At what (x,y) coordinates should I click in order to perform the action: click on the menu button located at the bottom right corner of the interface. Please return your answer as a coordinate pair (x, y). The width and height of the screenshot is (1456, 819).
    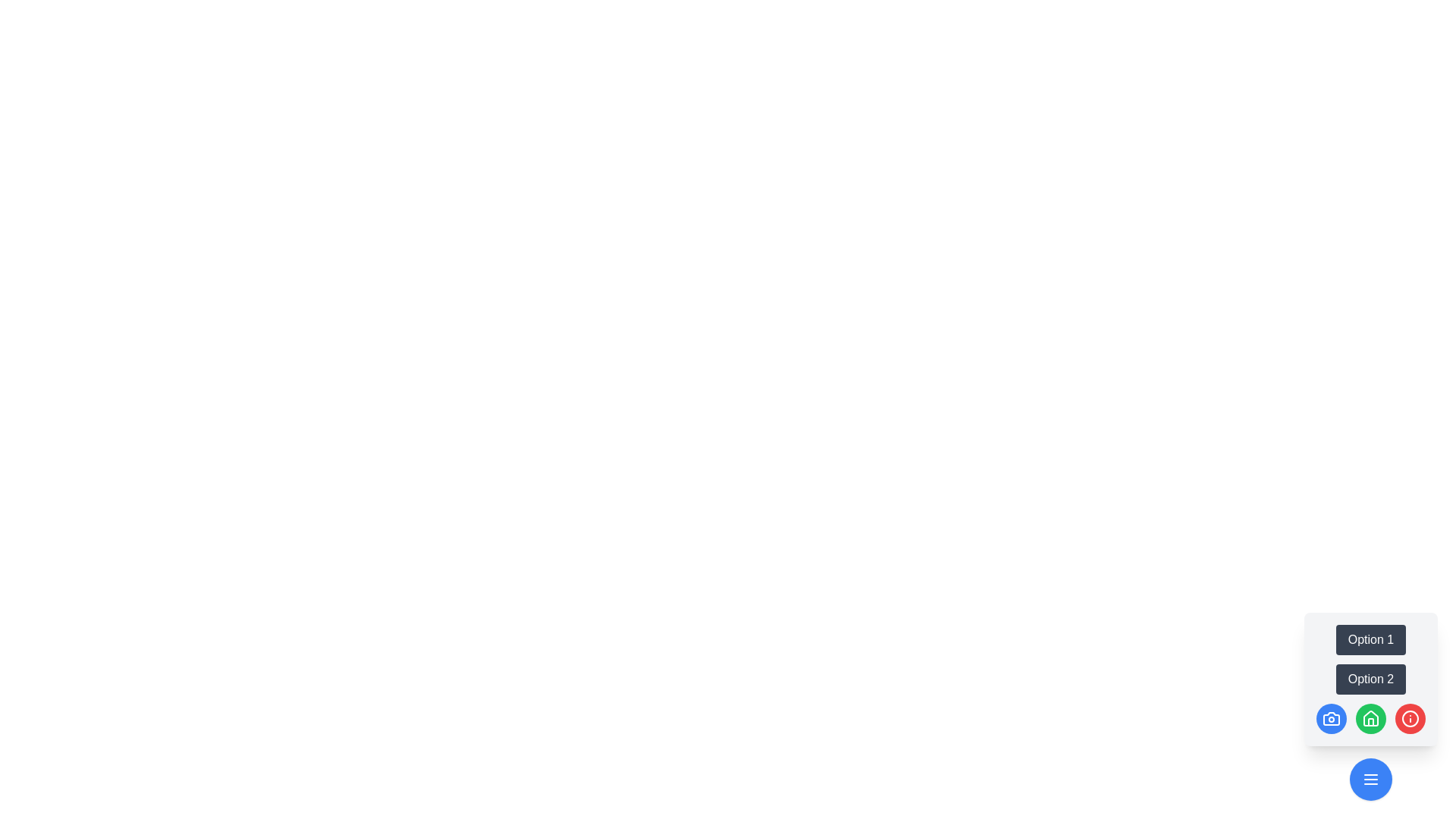
    Looking at the image, I should click on (1371, 780).